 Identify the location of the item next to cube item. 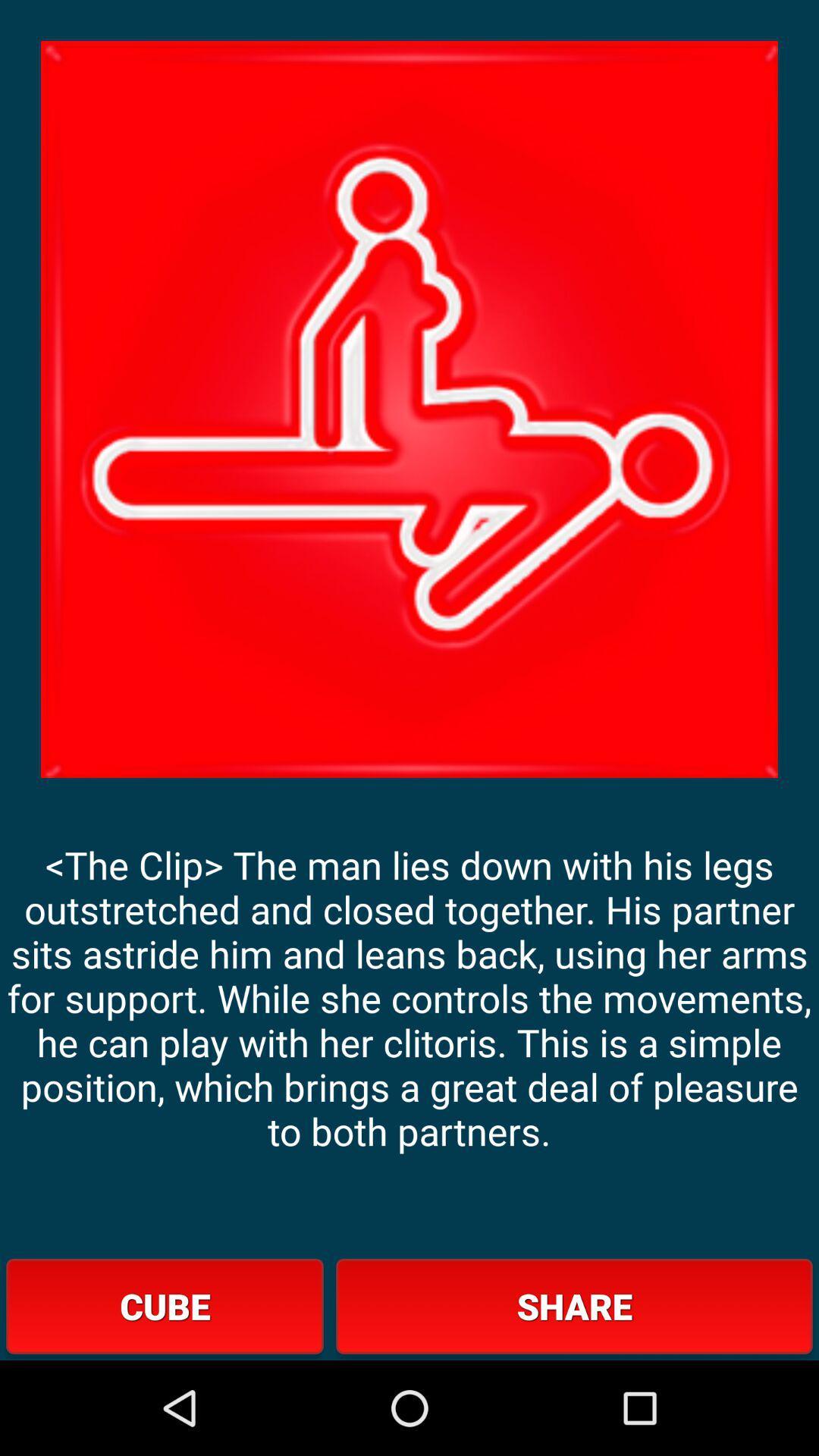
(574, 1305).